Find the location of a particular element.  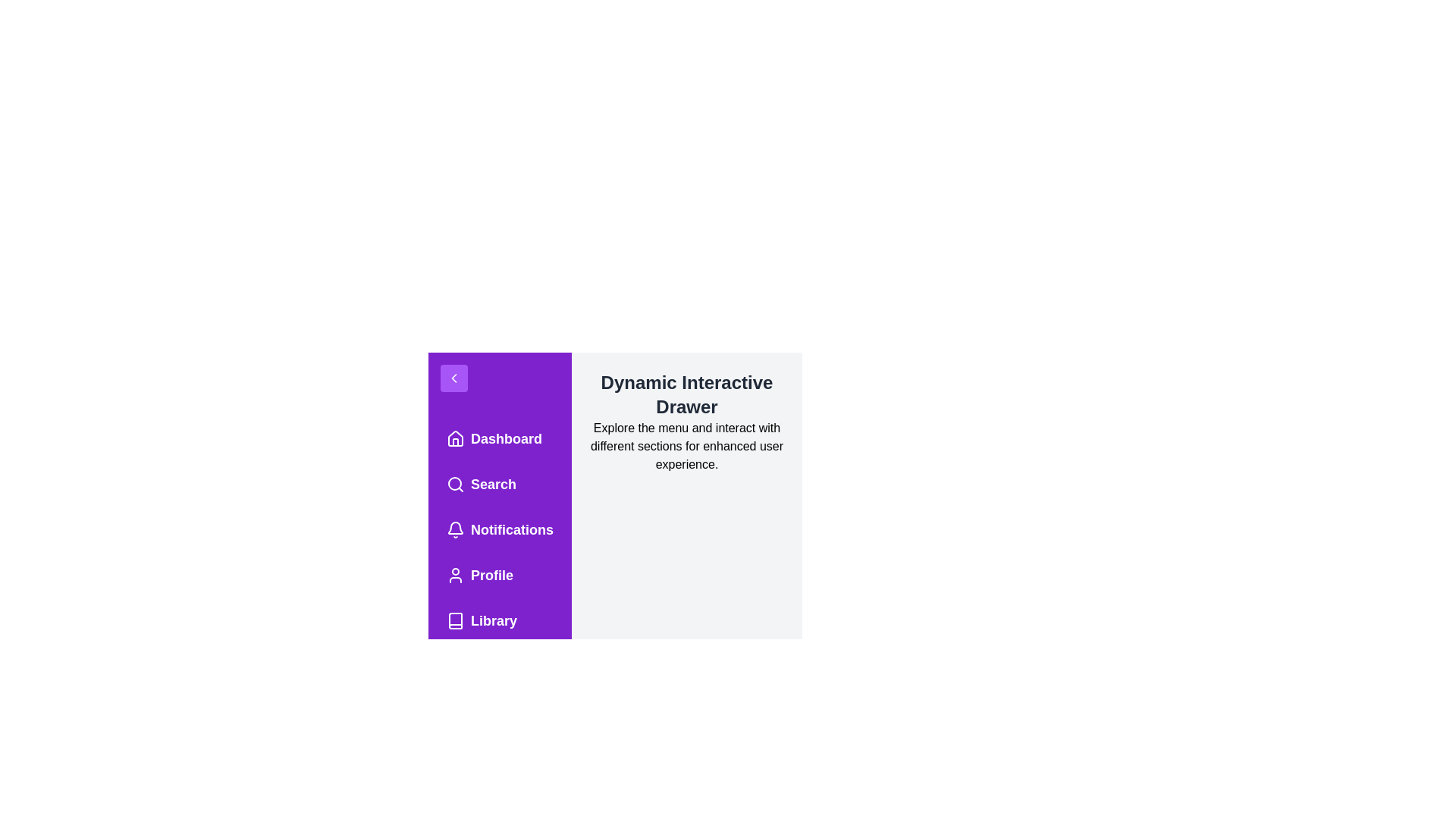

the menu item Library to highlight it is located at coordinates (499, 620).